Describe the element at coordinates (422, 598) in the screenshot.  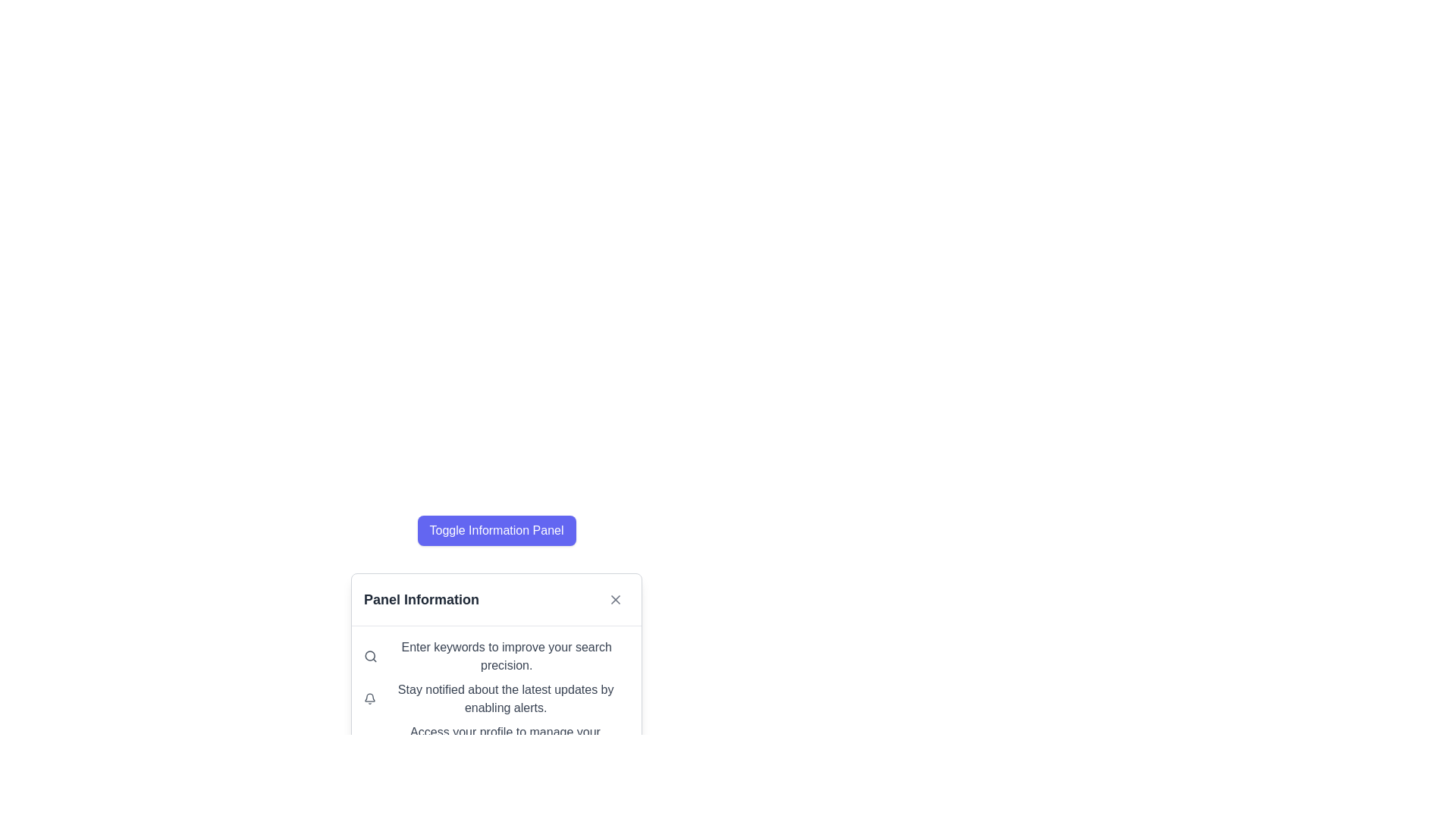
I see `the title text located in the top-left section of the panel header, which provides context about the panel's content` at that location.